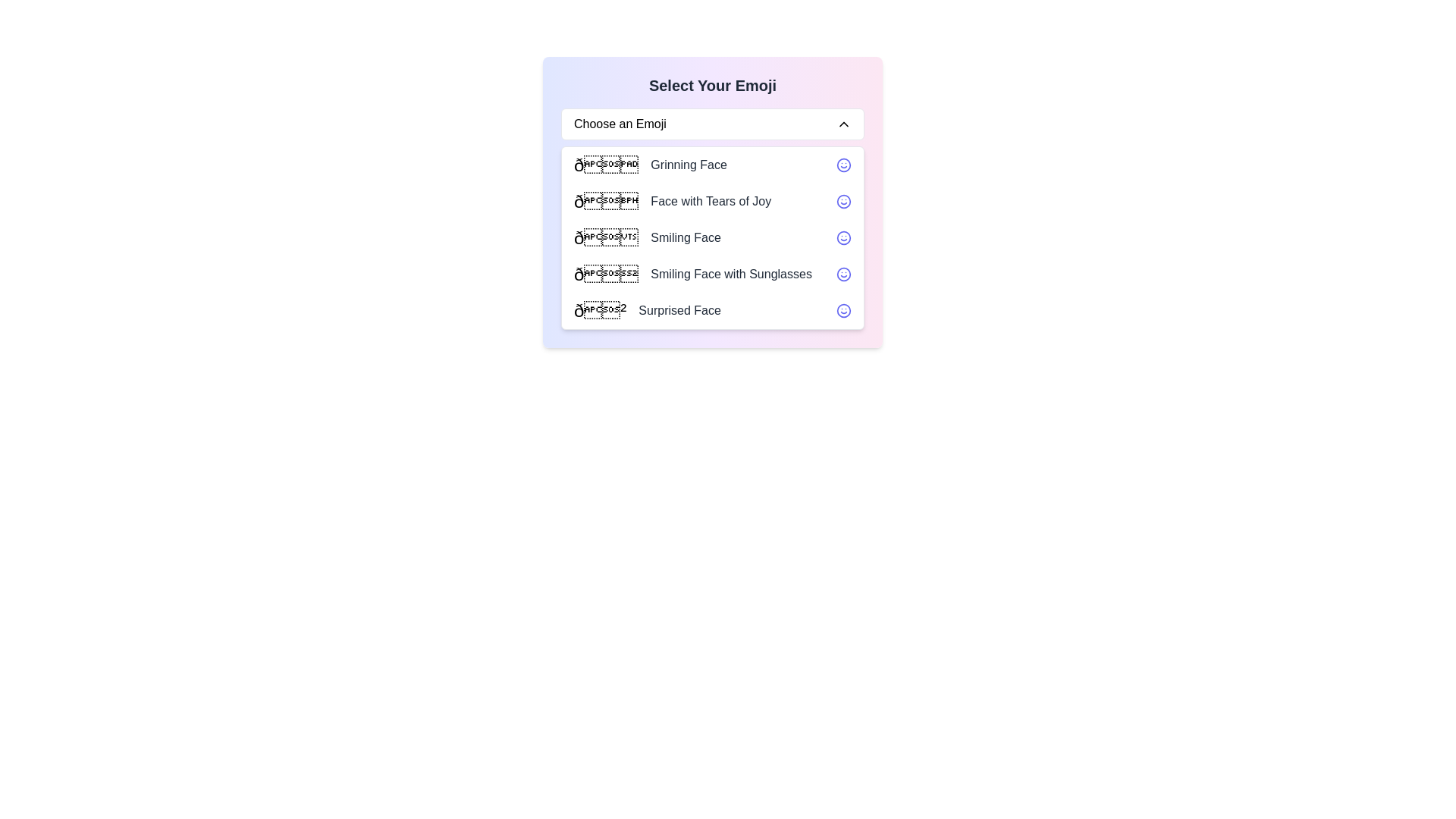 The height and width of the screenshot is (819, 1456). Describe the element at coordinates (712, 124) in the screenshot. I see `the drop-down button located below the title 'Select Your Emoji'` at that location.